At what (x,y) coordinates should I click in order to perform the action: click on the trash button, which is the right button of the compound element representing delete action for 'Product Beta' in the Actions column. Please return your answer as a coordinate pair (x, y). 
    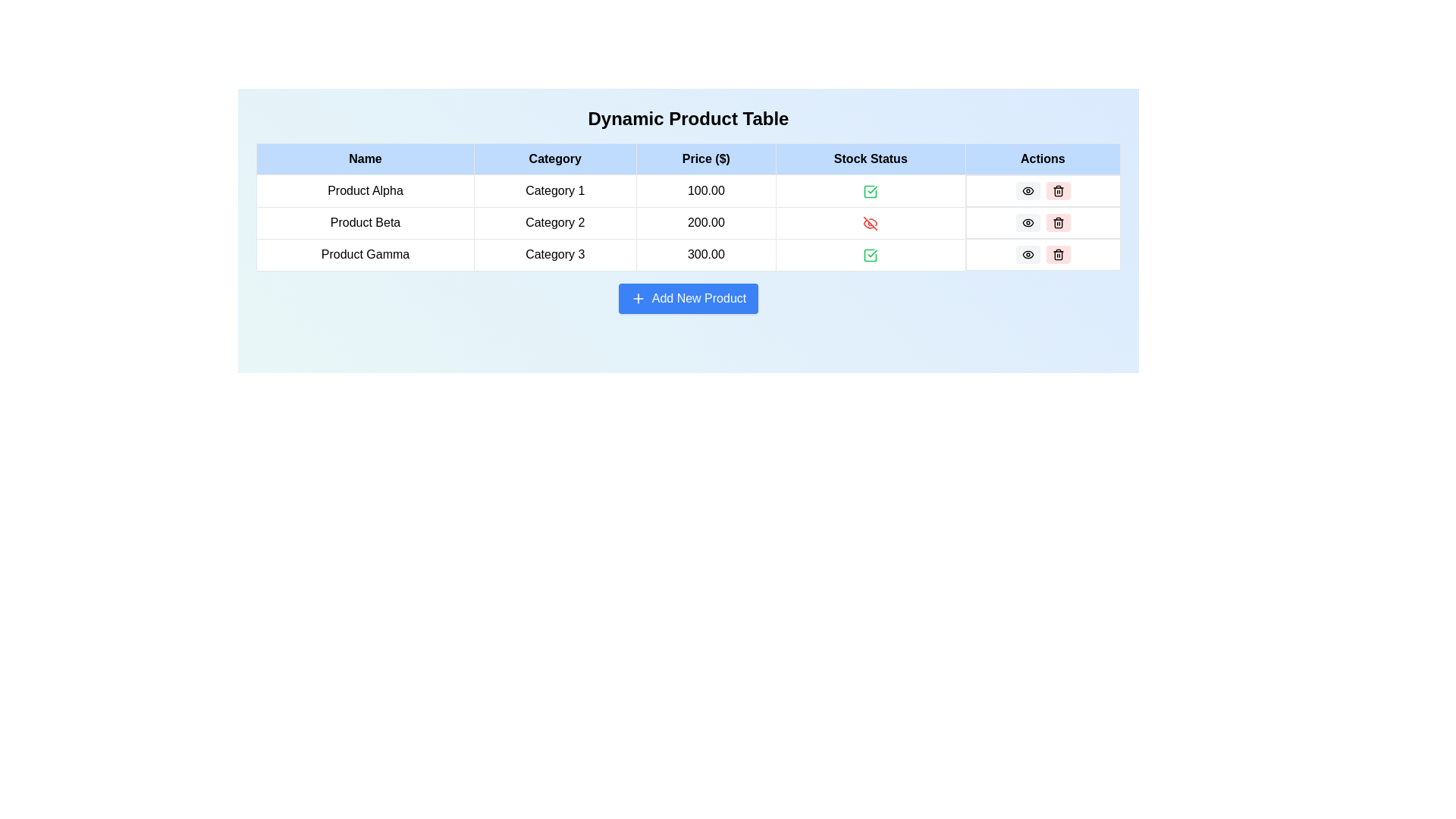
    Looking at the image, I should click on (1041, 222).